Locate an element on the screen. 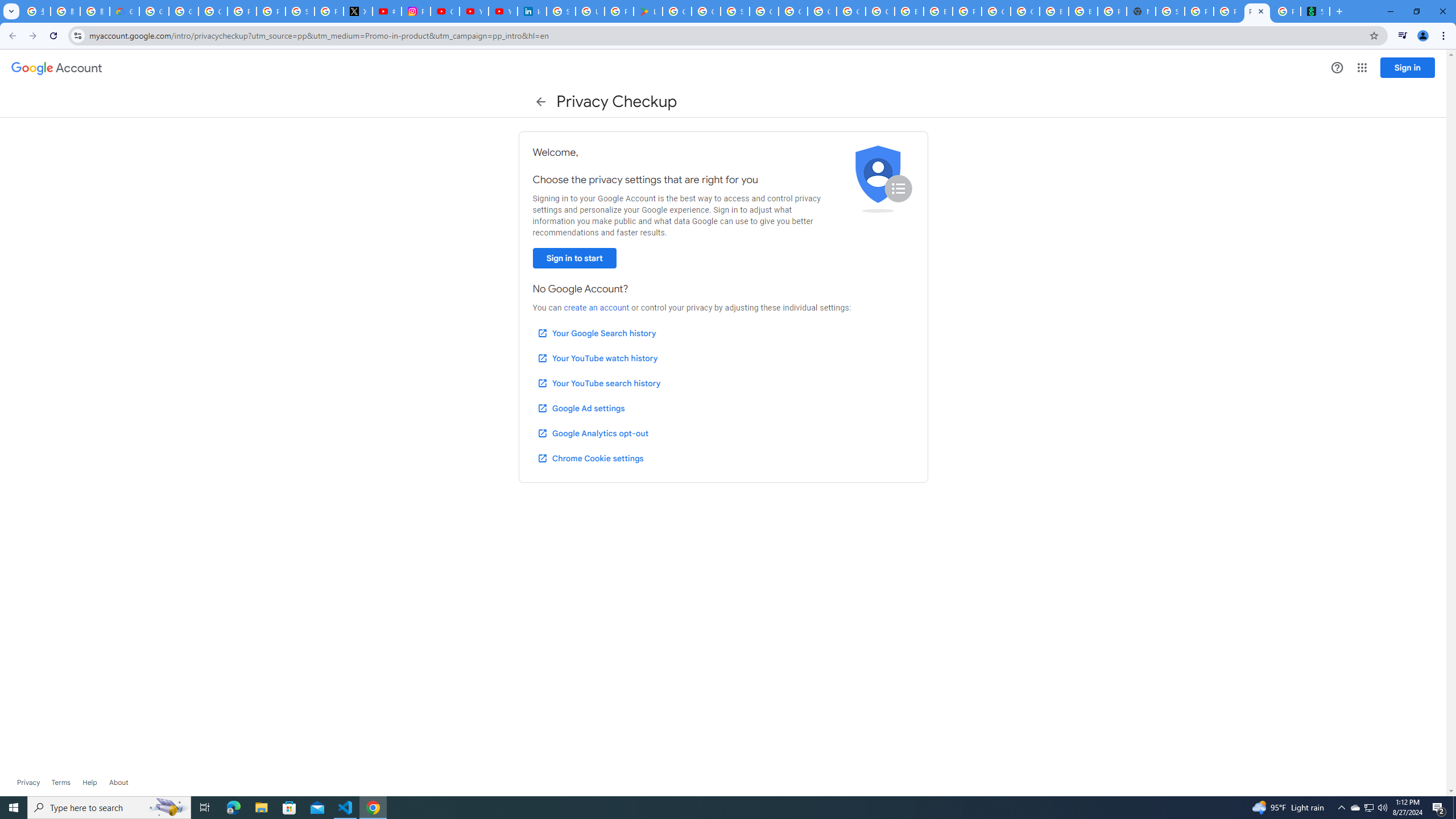  'Google Ad settings' is located at coordinates (580, 407).